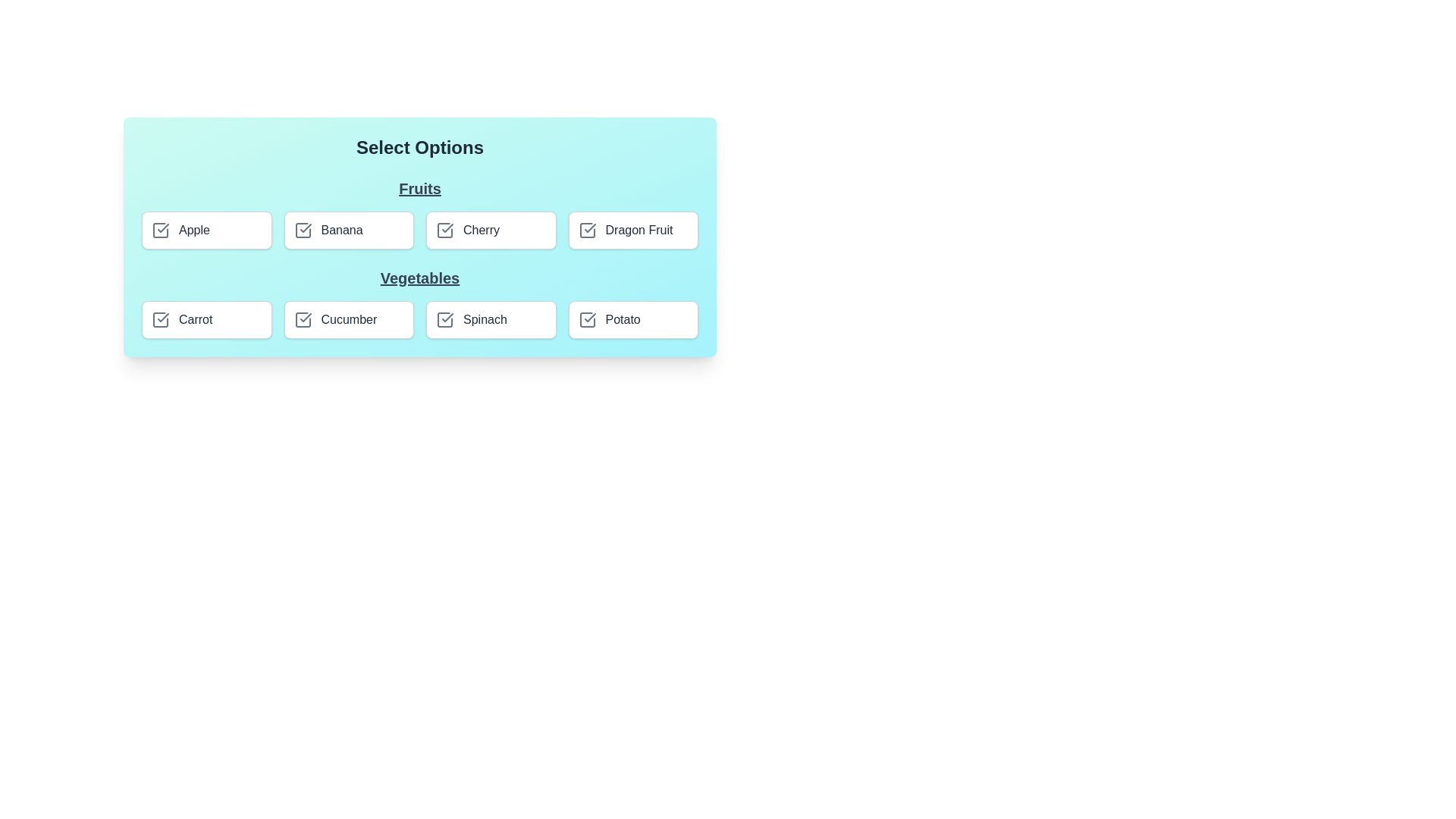  I want to click on the checkbox for the 'Carrot' option, so click(160, 318).